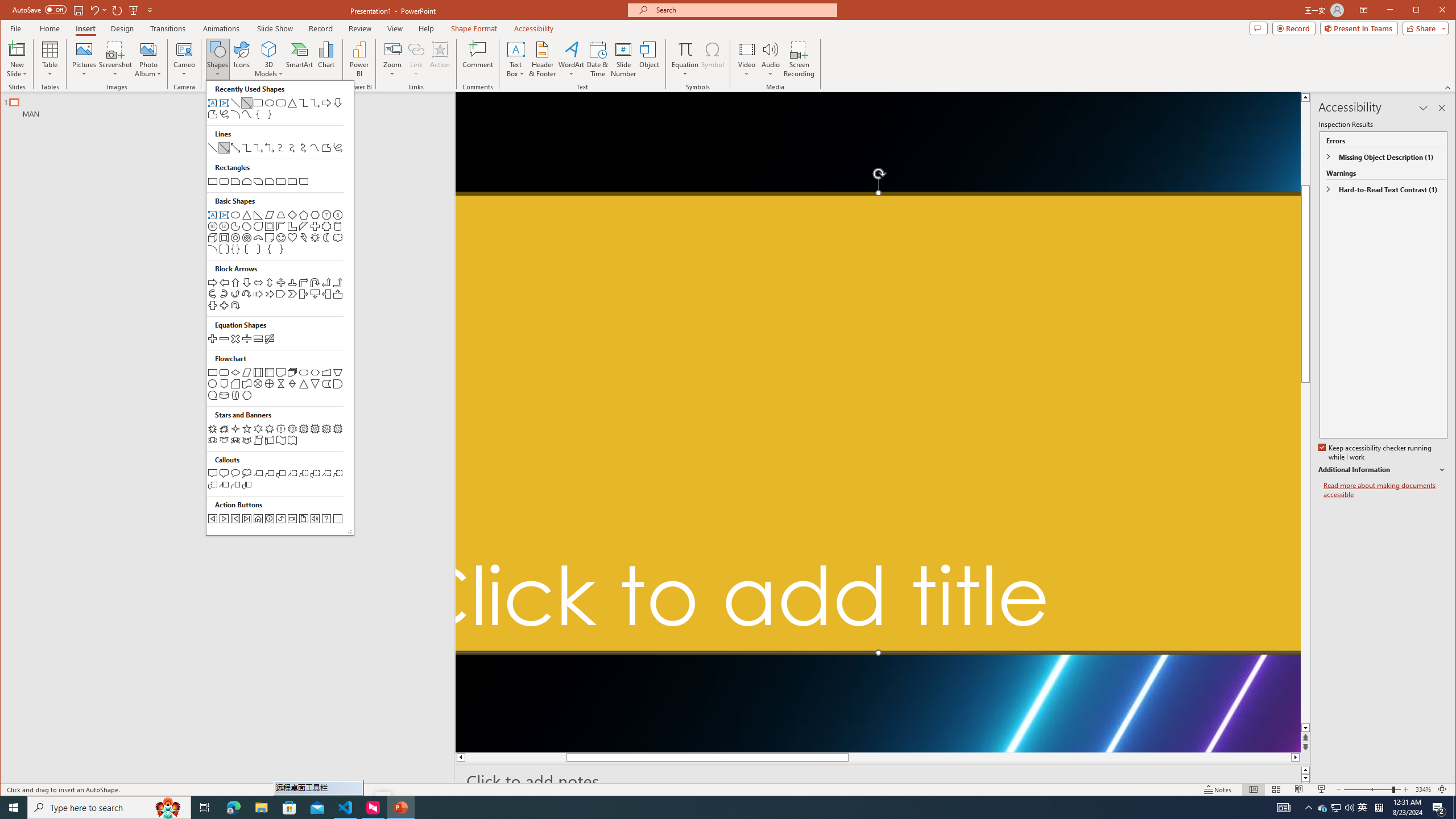 The width and height of the screenshot is (1456, 819). I want to click on 'Maximize', so click(1433, 11).